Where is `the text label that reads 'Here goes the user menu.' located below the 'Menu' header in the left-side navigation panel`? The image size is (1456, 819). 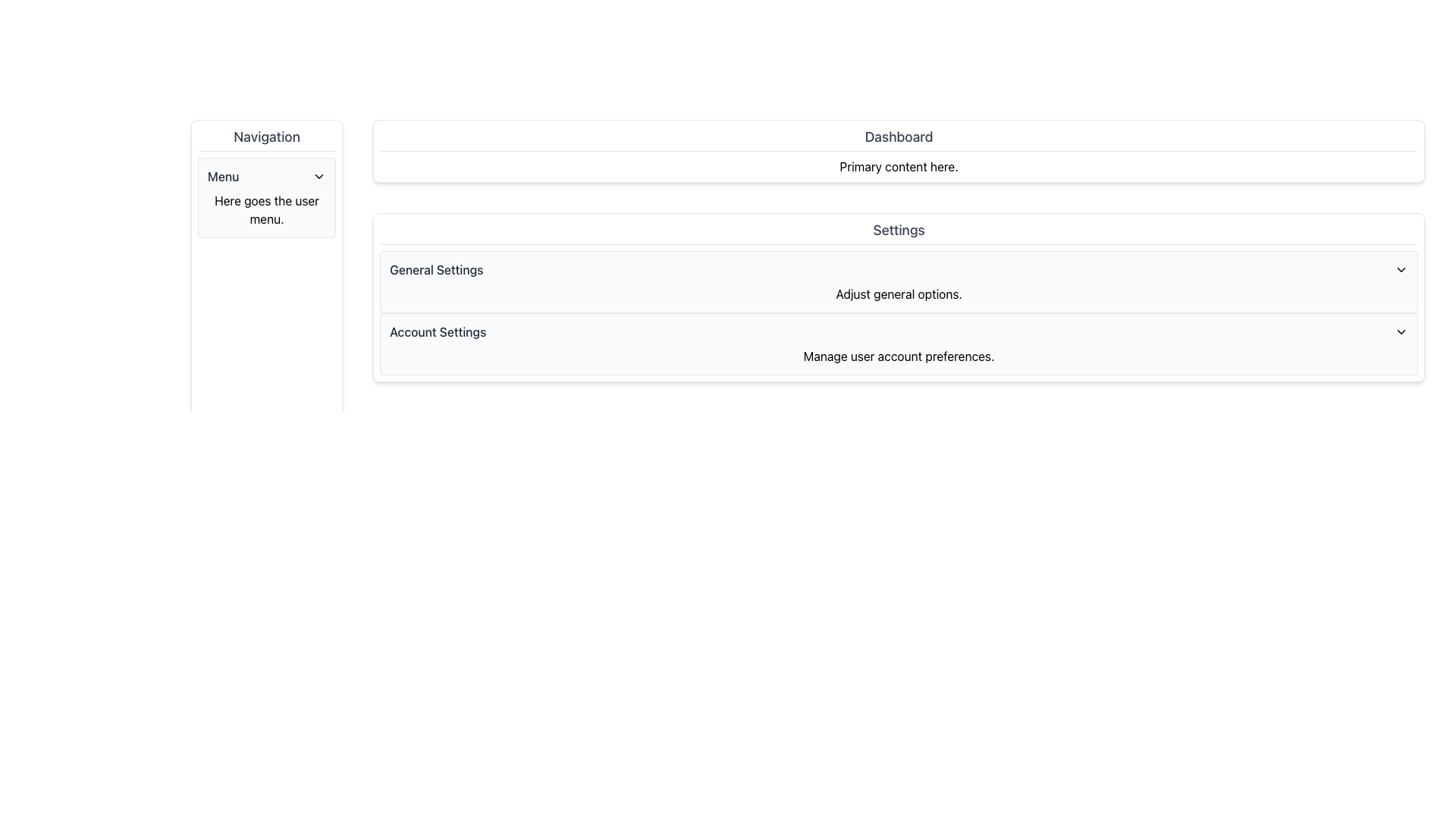 the text label that reads 'Here goes the user menu.' located below the 'Menu' header in the left-side navigation panel is located at coordinates (267, 210).